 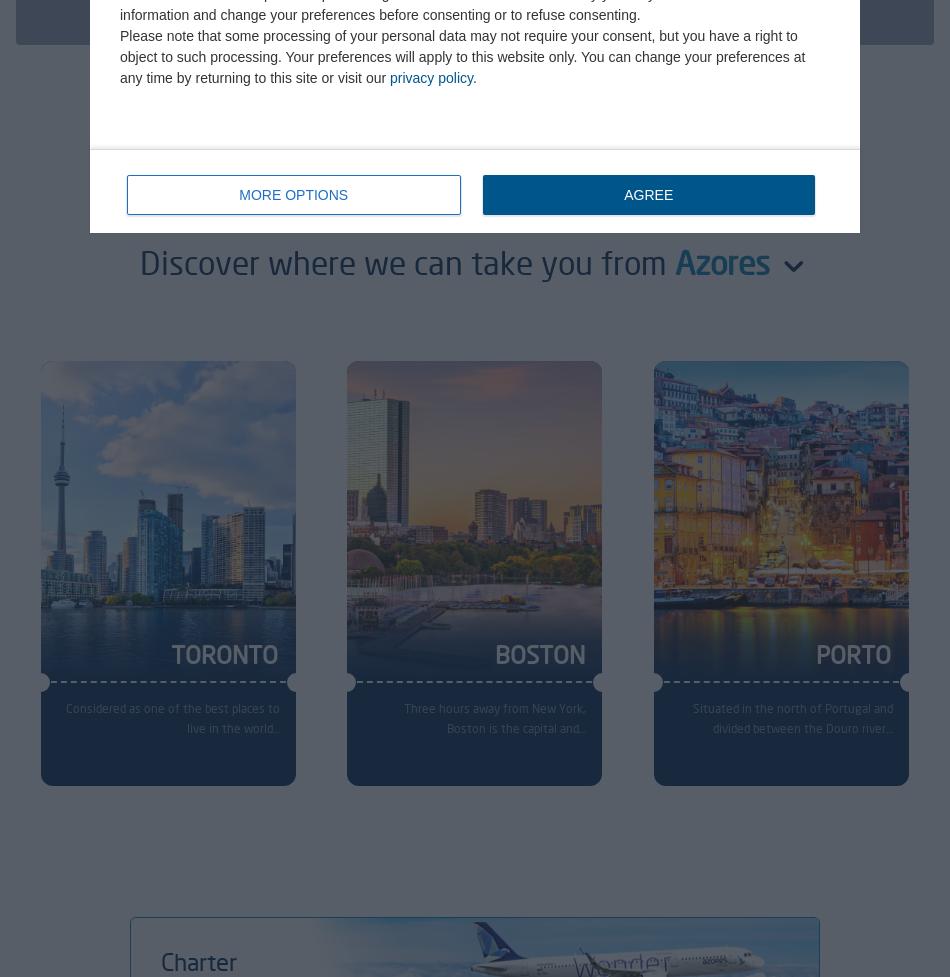 I want to click on 'Charter', so click(x=199, y=959).